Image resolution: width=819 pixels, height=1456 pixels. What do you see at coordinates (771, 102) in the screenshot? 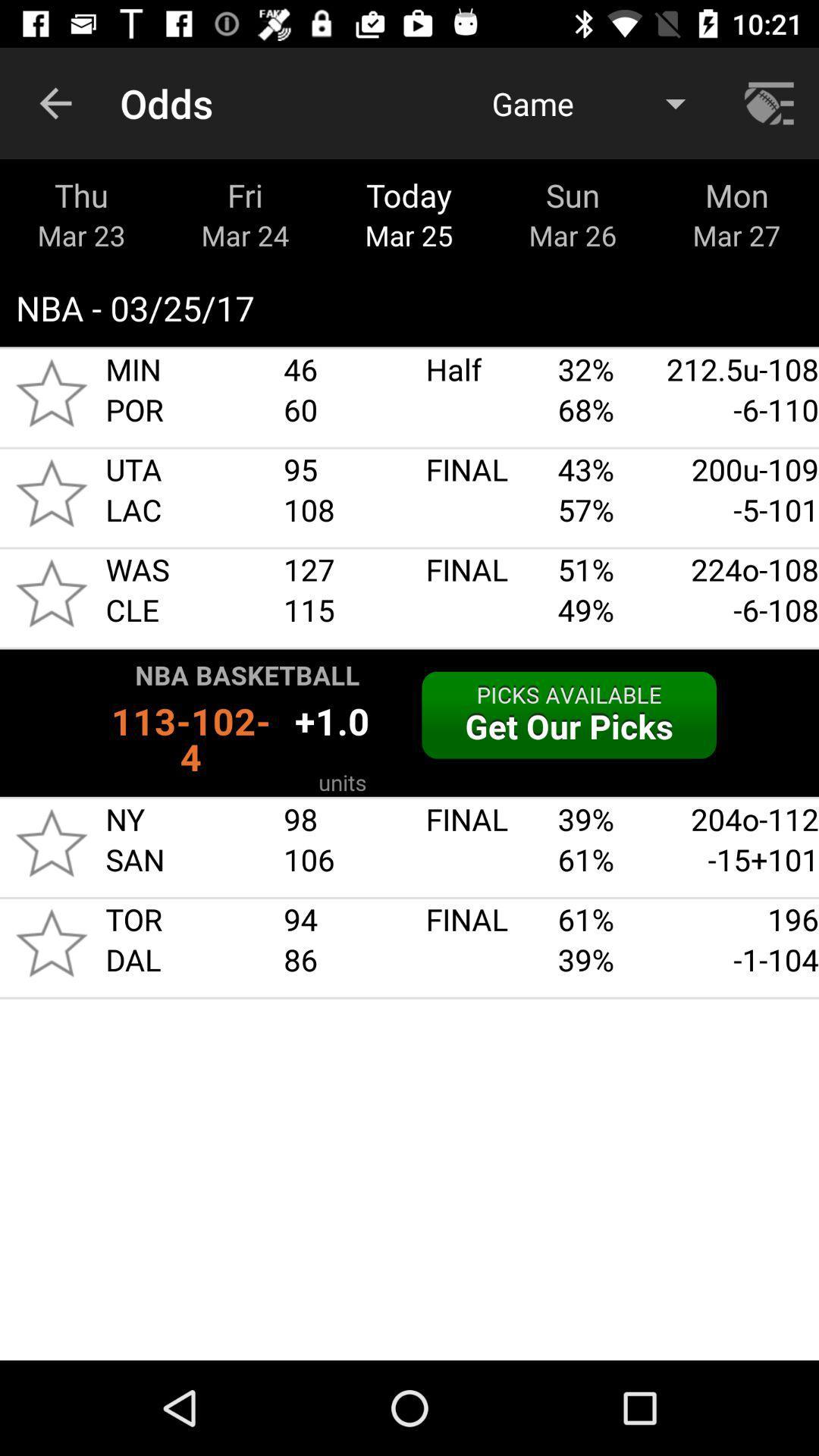
I see `open settings` at bounding box center [771, 102].